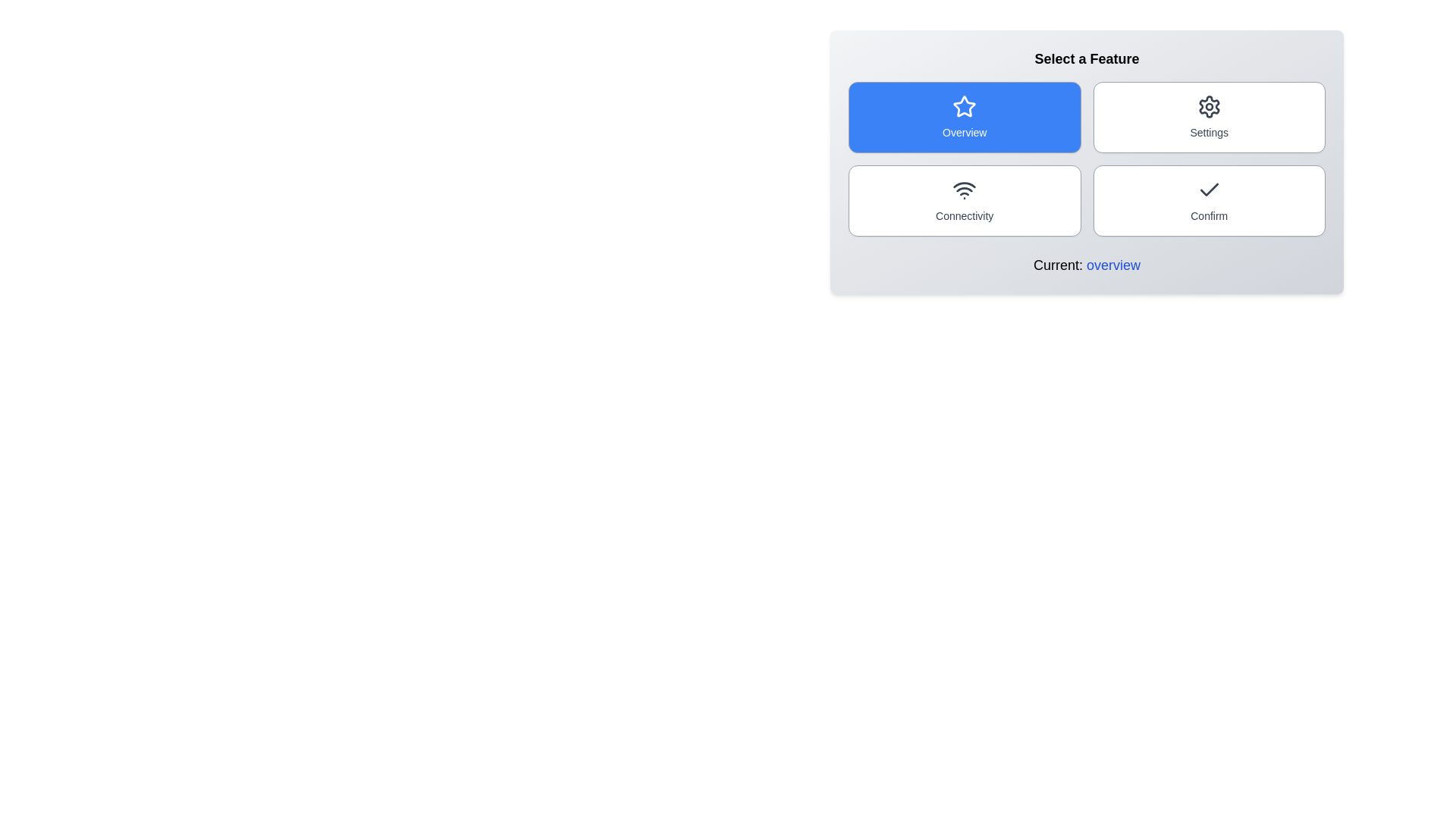  What do you see at coordinates (1208, 200) in the screenshot?
I see `the button corresponding to the feature confirm` at bounding box center [1208, 200].